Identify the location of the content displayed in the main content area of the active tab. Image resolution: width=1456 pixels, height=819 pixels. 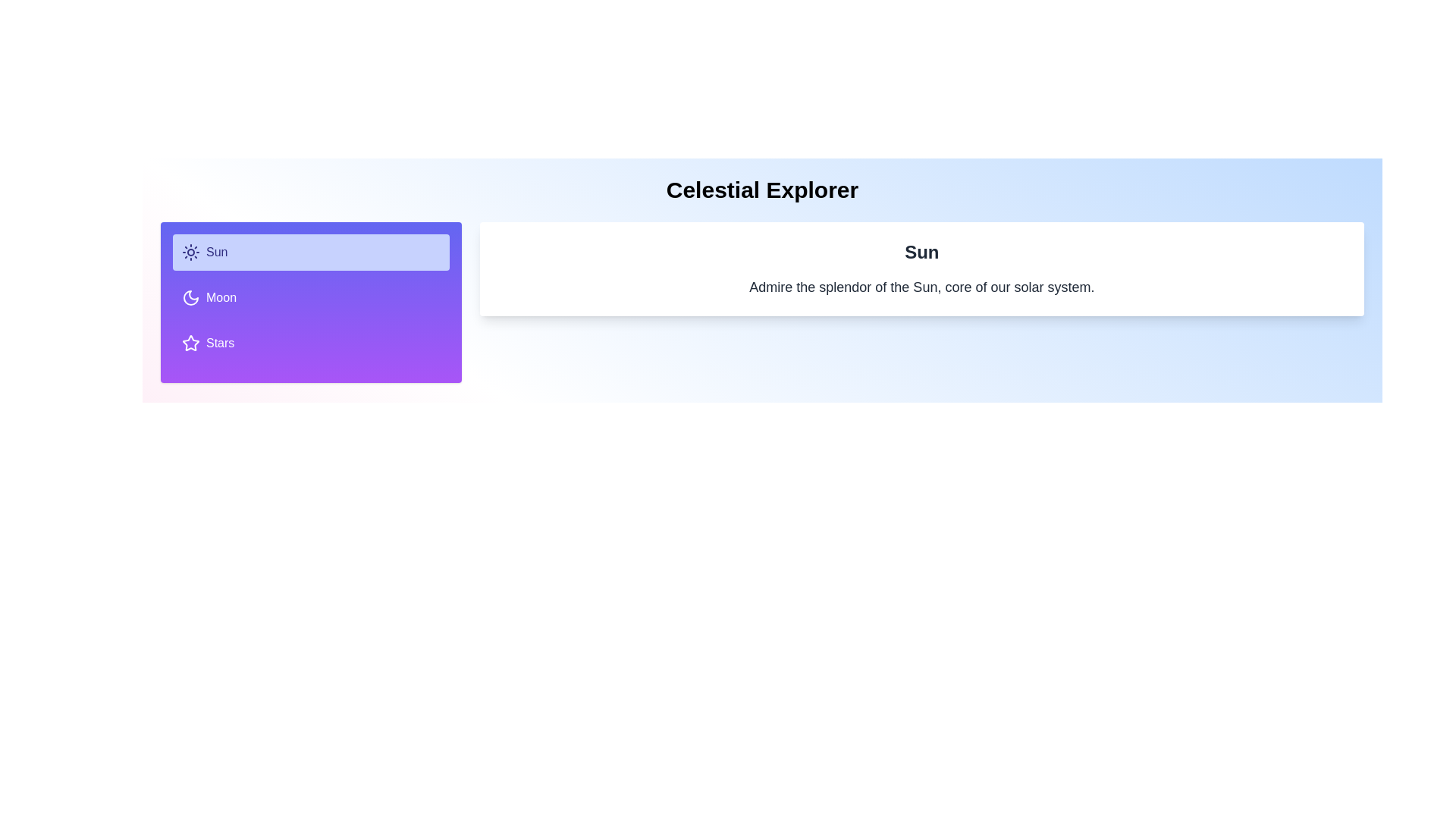
(921, 268).